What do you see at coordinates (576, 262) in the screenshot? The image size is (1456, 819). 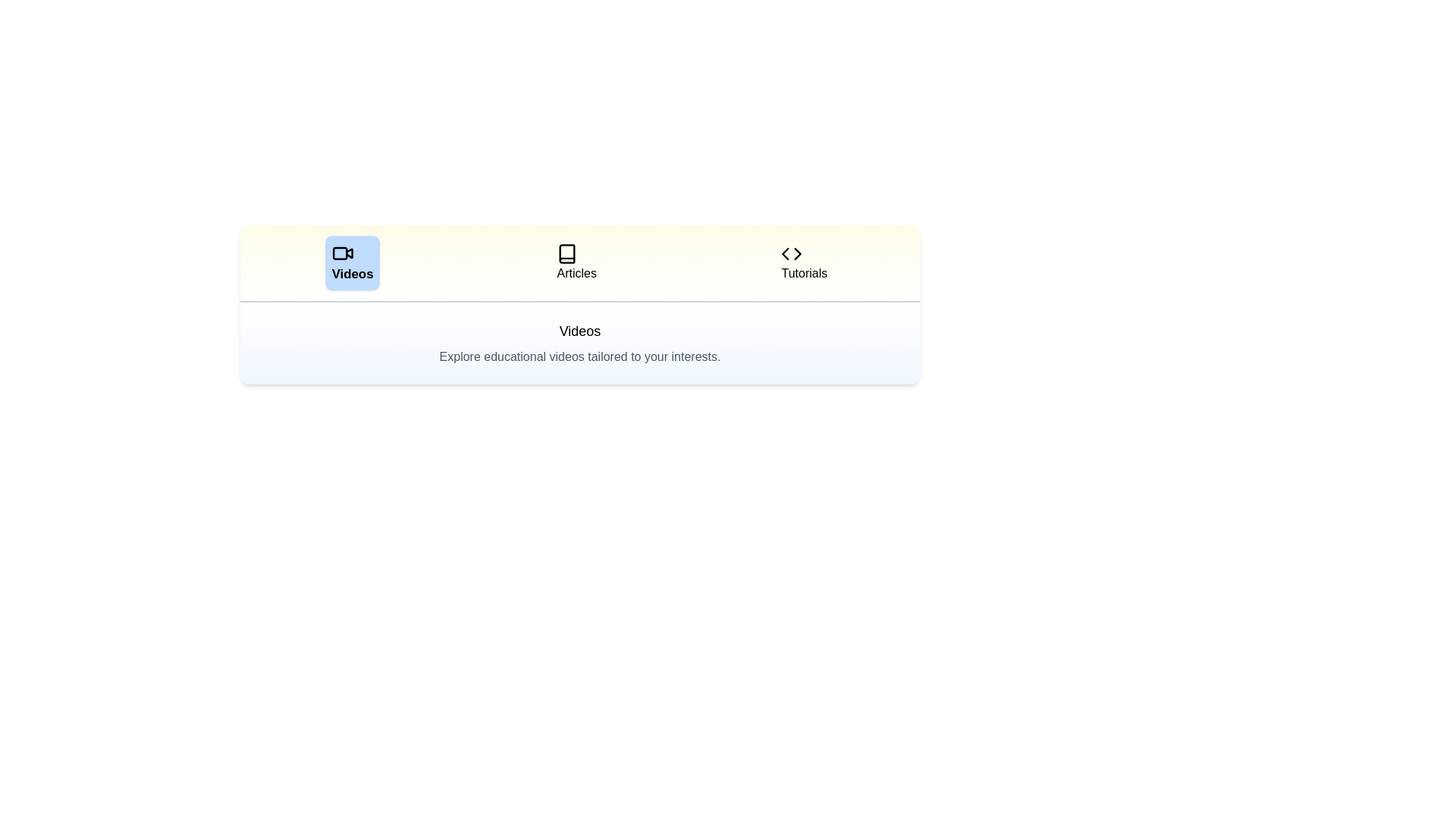 I see `the tab labeled Articles` at bounding box center [576, 262].